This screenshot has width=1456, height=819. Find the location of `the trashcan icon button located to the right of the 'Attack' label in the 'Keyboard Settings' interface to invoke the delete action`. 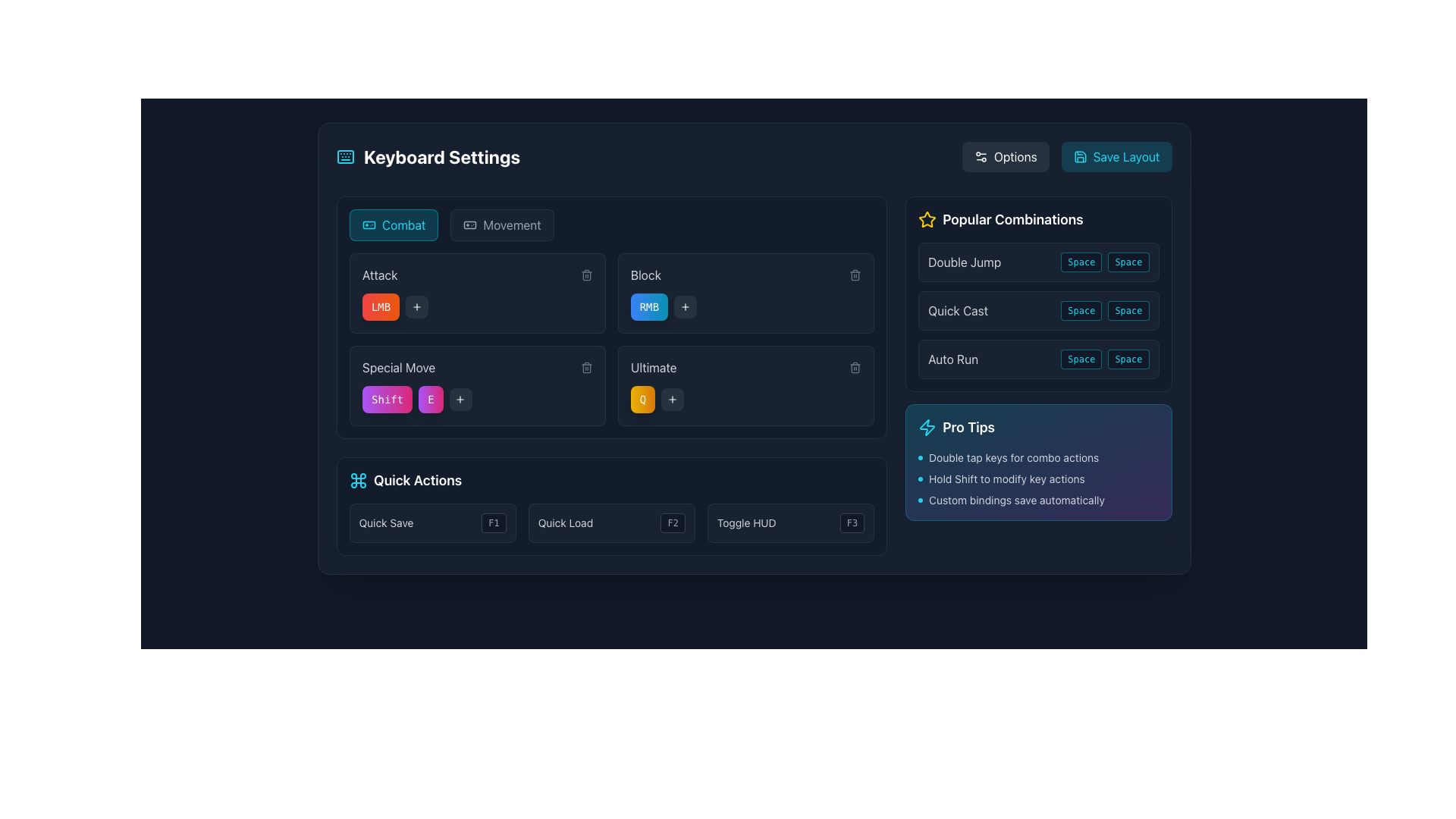

the trashcan icon button located to the right of the 'Attack' label in the 'Keyboard Settings' interface to invoke the delete action is located at coordinates (585, 275).